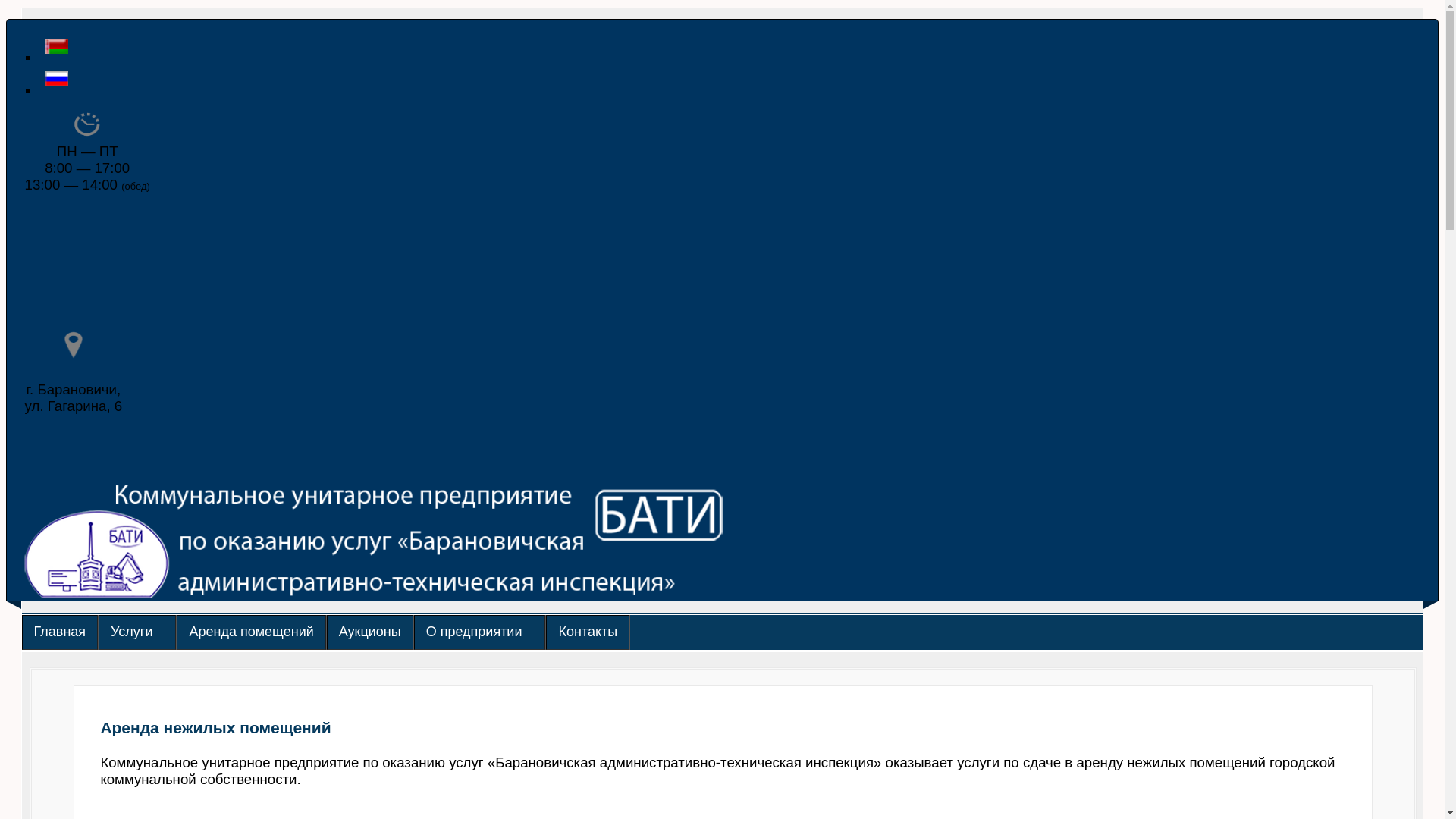  Describe the element at coordinates (57, 79) in the screenshot. I see `'Russian (Russia)'` at that location.